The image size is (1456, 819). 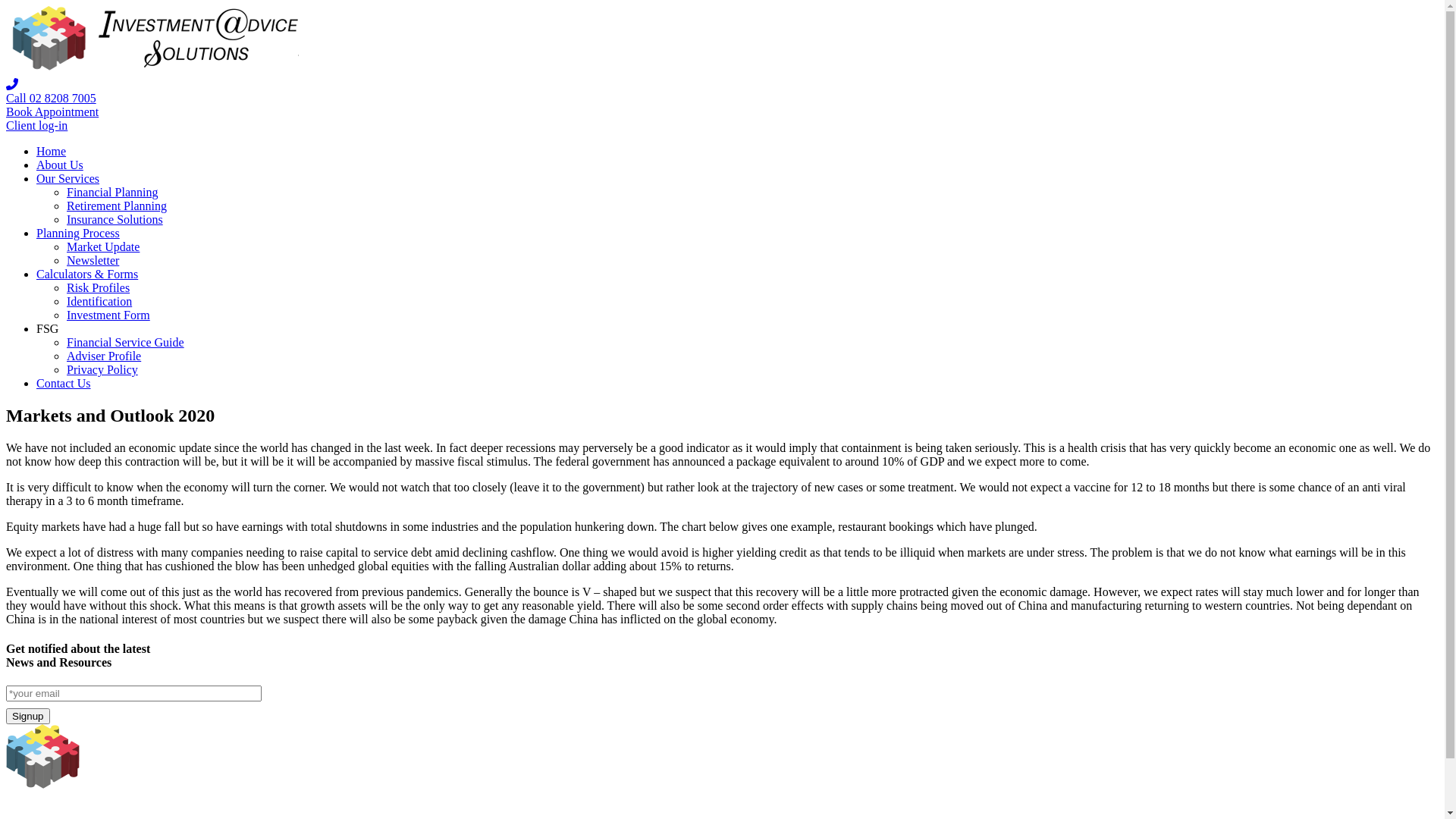 I want to click on 'Signup', so click(x=28, y=716).